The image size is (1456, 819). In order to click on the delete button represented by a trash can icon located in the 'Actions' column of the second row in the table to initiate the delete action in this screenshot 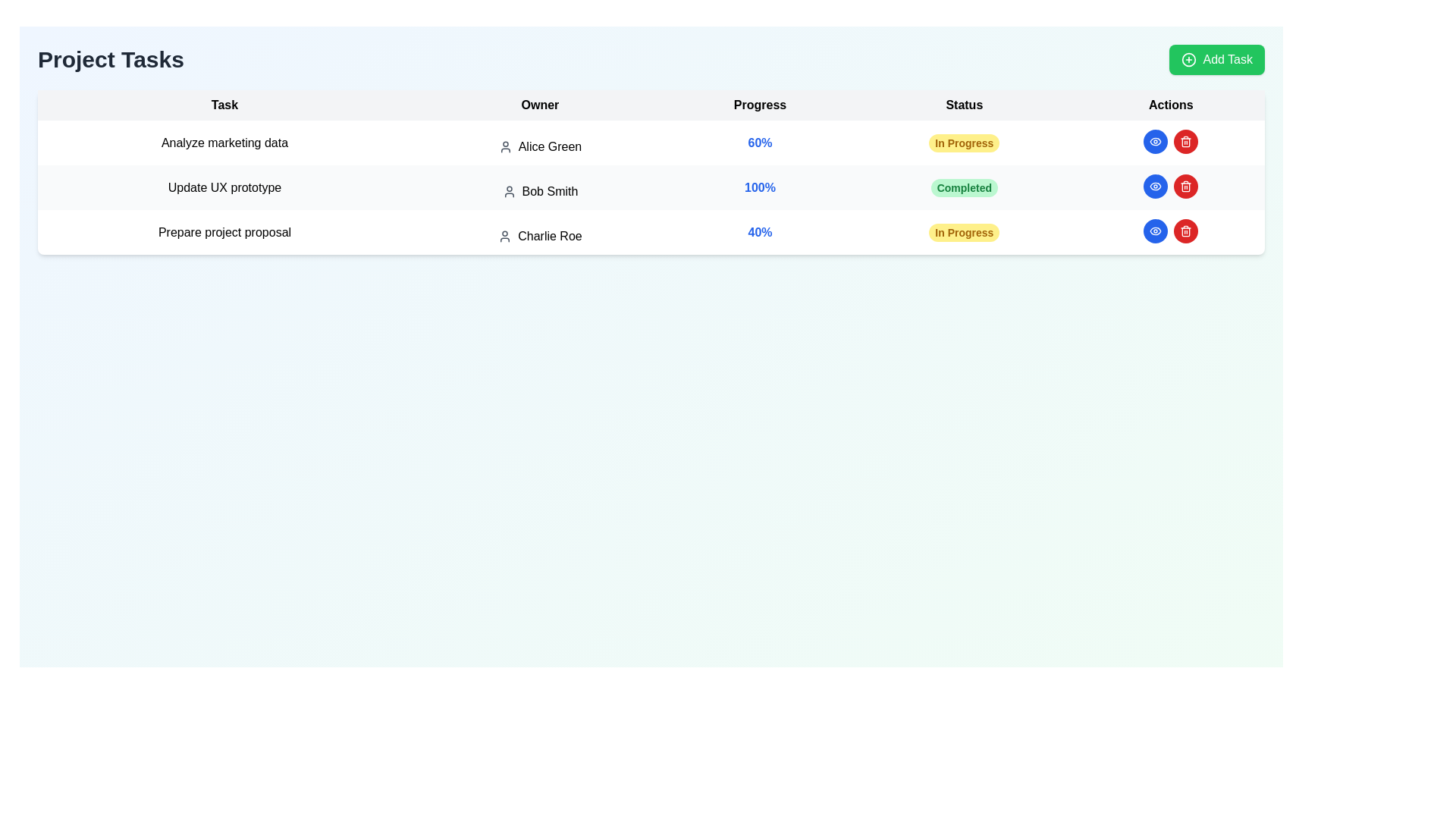, I will do `click(1185, 141)`.